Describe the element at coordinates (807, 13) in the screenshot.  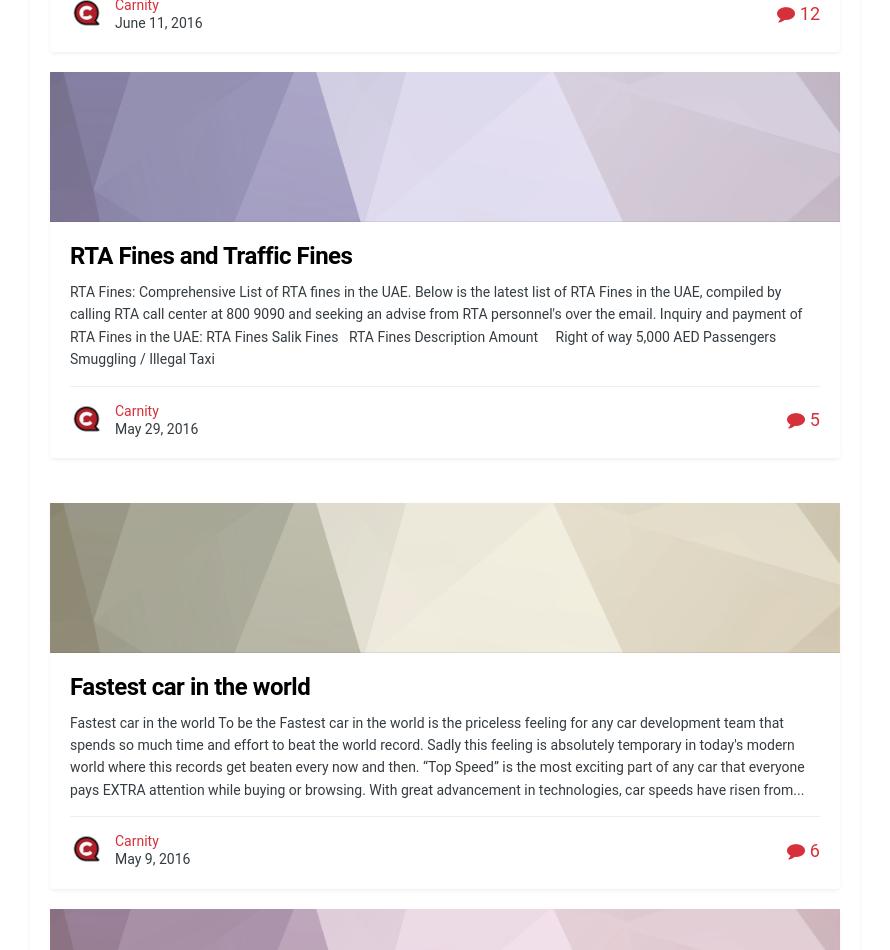
I see `'12'` at that location.